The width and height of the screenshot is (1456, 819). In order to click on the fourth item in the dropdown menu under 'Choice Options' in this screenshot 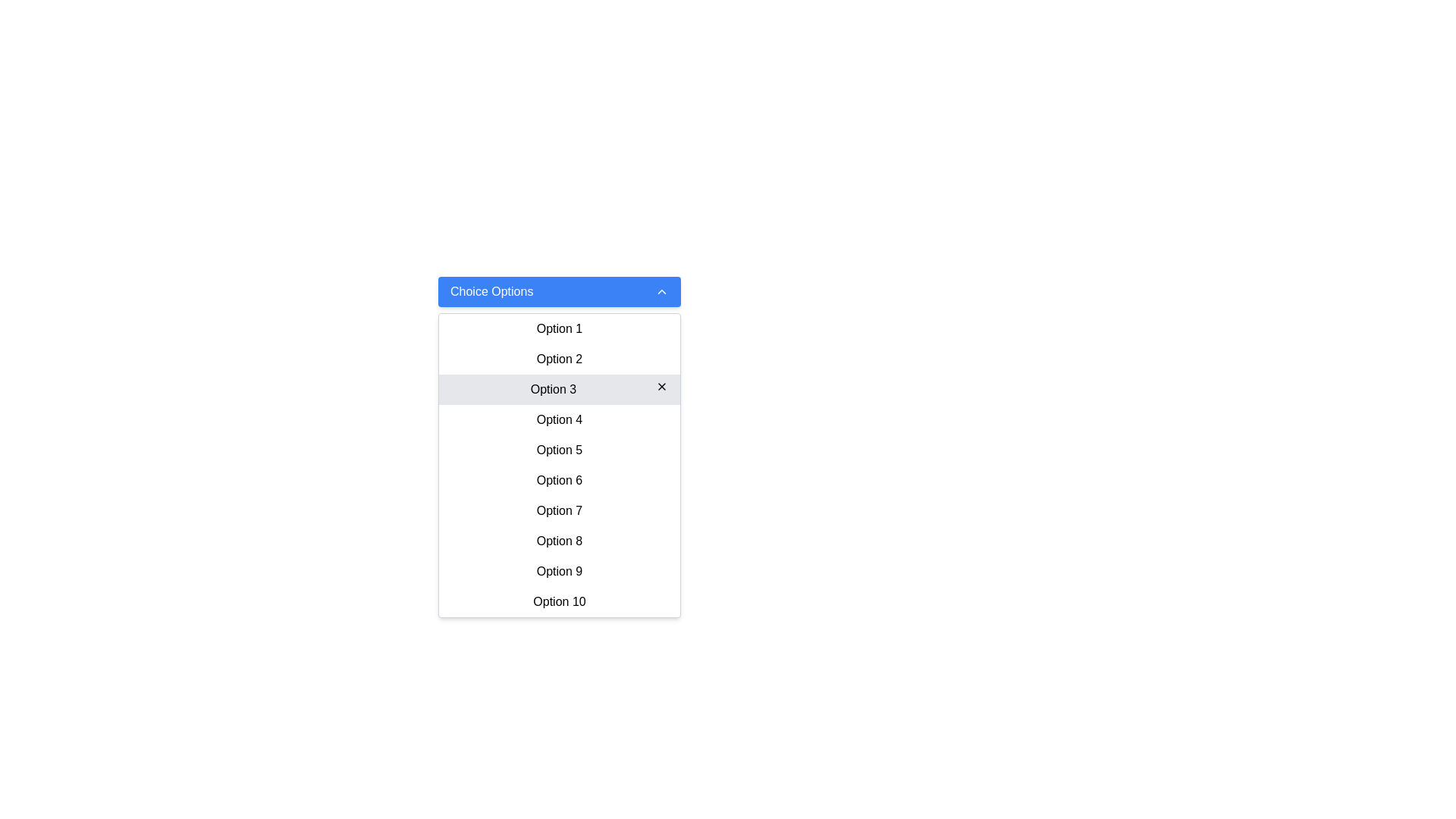, I will do `click(559, 420)`.